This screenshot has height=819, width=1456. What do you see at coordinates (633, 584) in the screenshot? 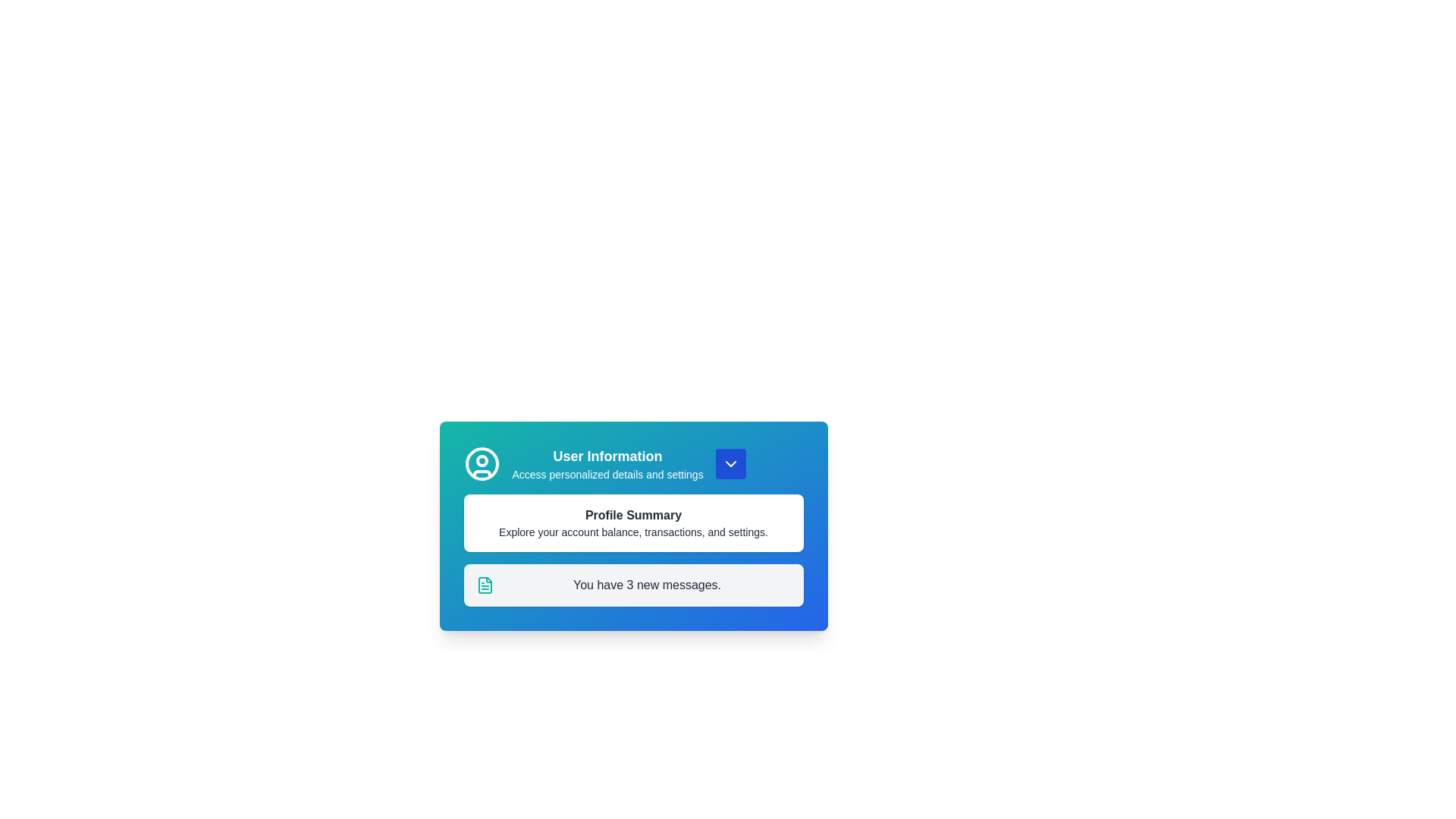
I see `the notification element that displays 'You have 3 new messages.' with a teal-colored document icon on the left` at bounding box center [633, 584].